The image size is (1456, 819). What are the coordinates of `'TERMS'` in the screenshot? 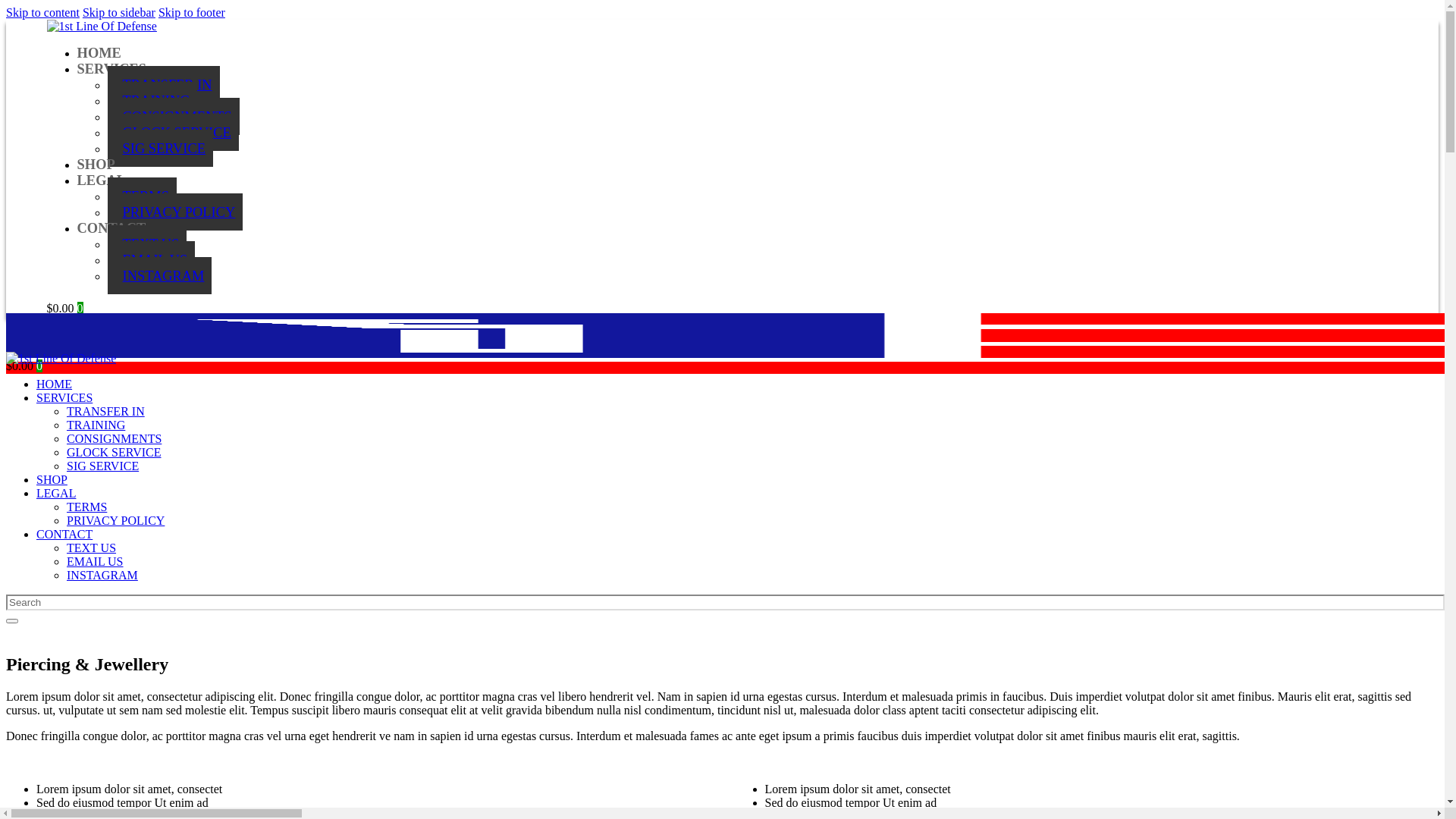 It's located at (86, 507).